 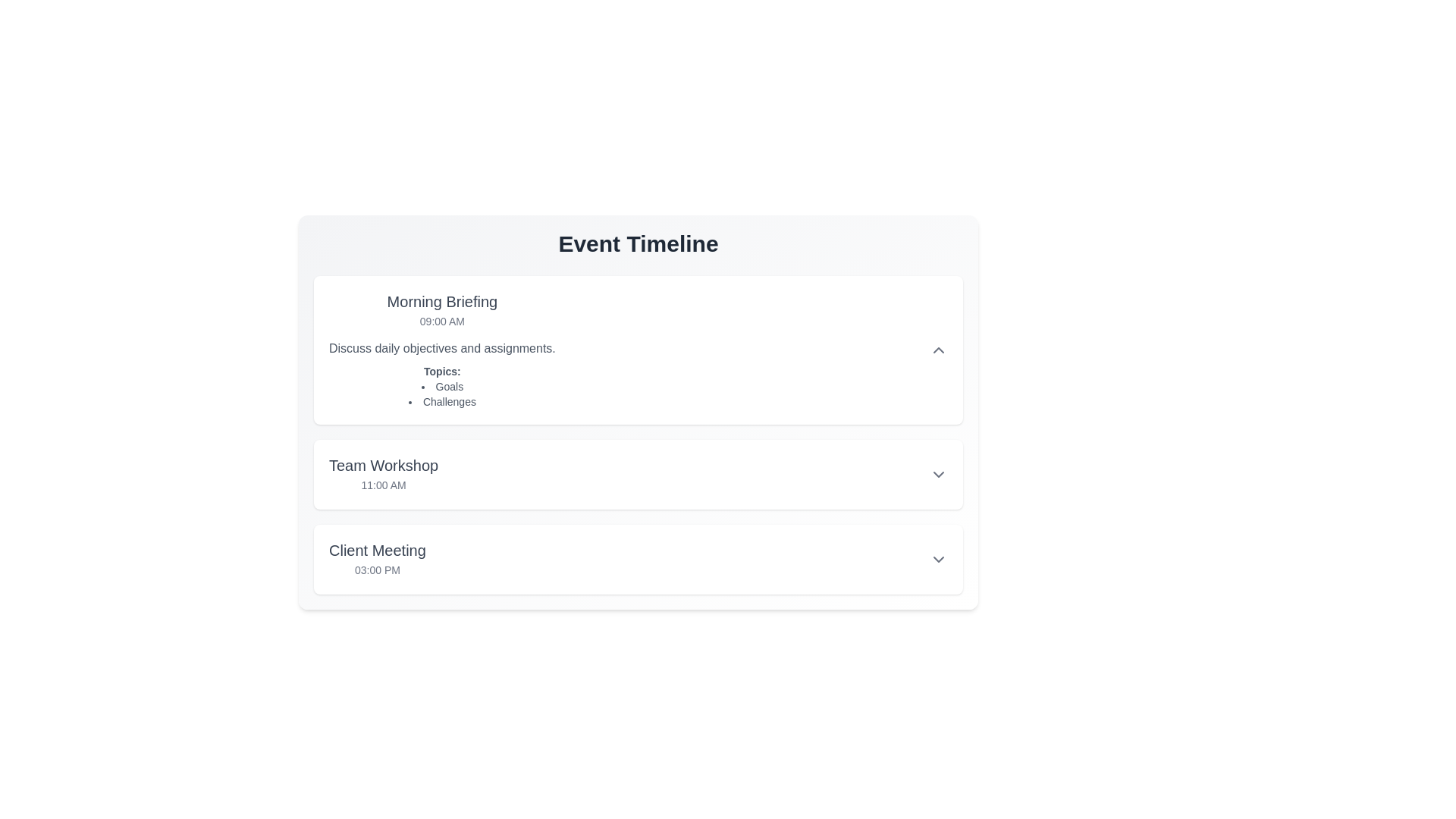 What do you see at coordinates (384, 473) in the screenshot?
I see `the informational text display that contains 'Team Workshop' and '11:00 AM'` at bounding box center [384, 473].